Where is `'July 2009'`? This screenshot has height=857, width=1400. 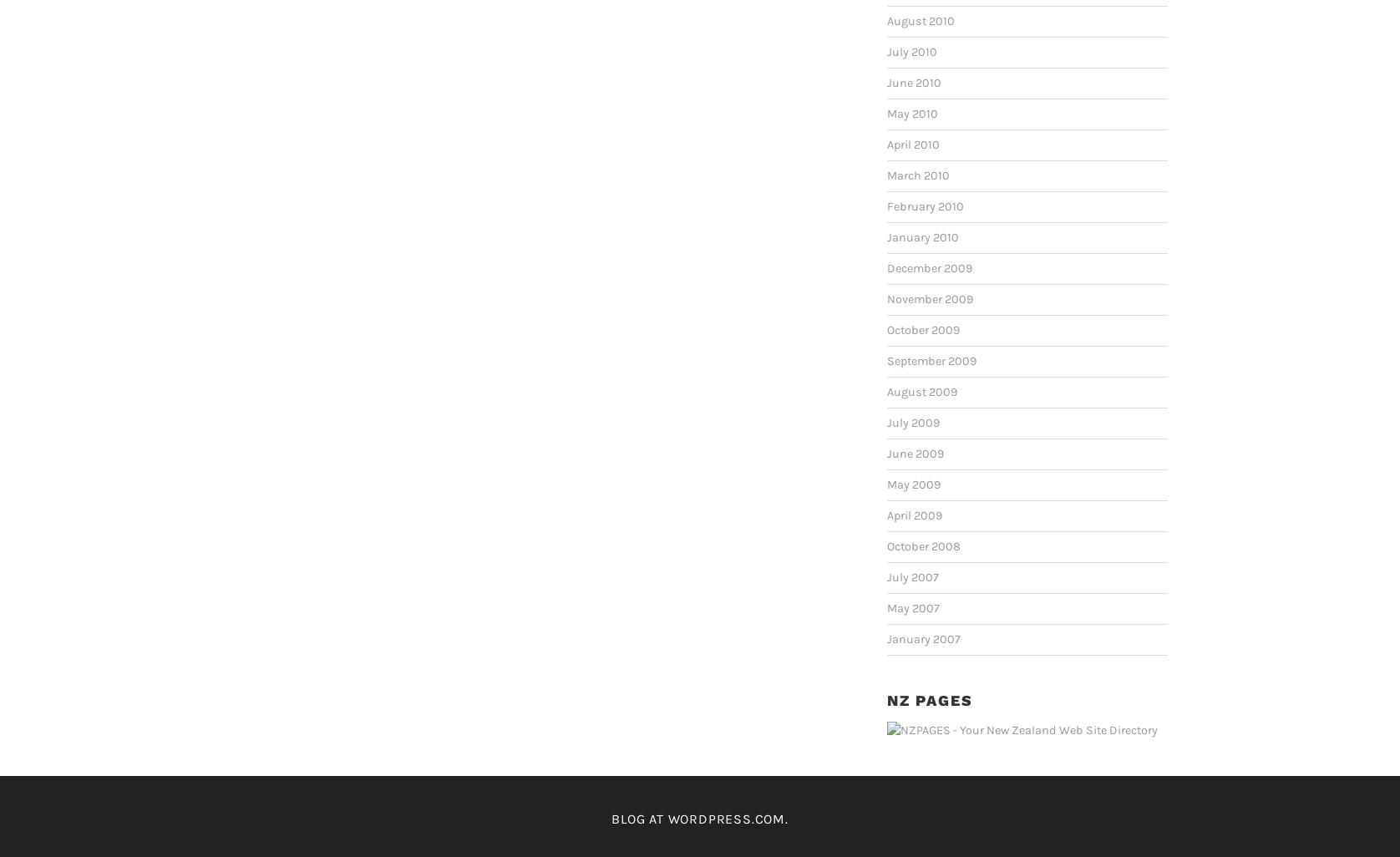
'July 2009' is located at coordinates (886, 421).